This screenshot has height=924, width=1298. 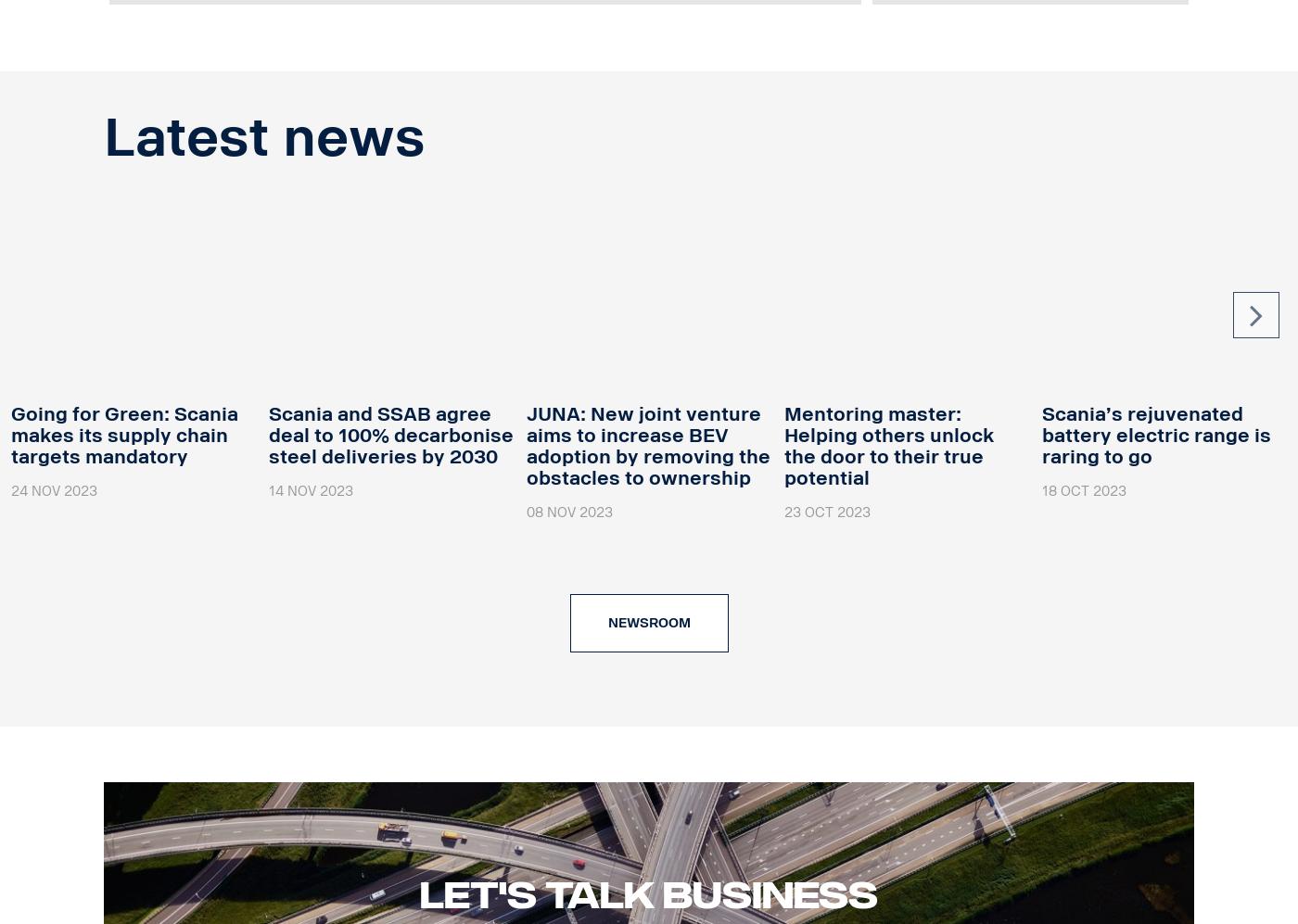 What do you see at coordinates (311, 489) in the screenshot?
I see `'14 Nov 2023'` at bounding box center [311, 489].